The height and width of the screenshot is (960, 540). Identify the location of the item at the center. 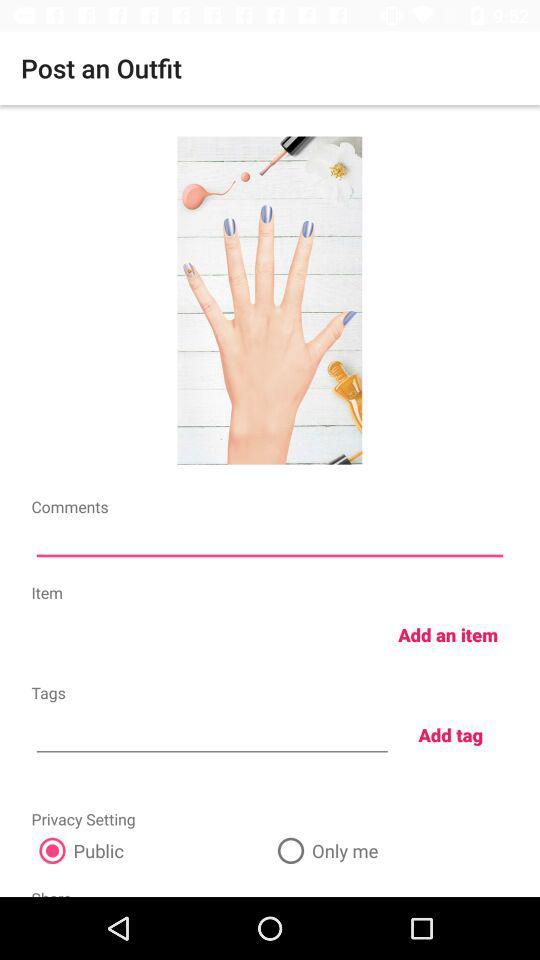
(270, 541).